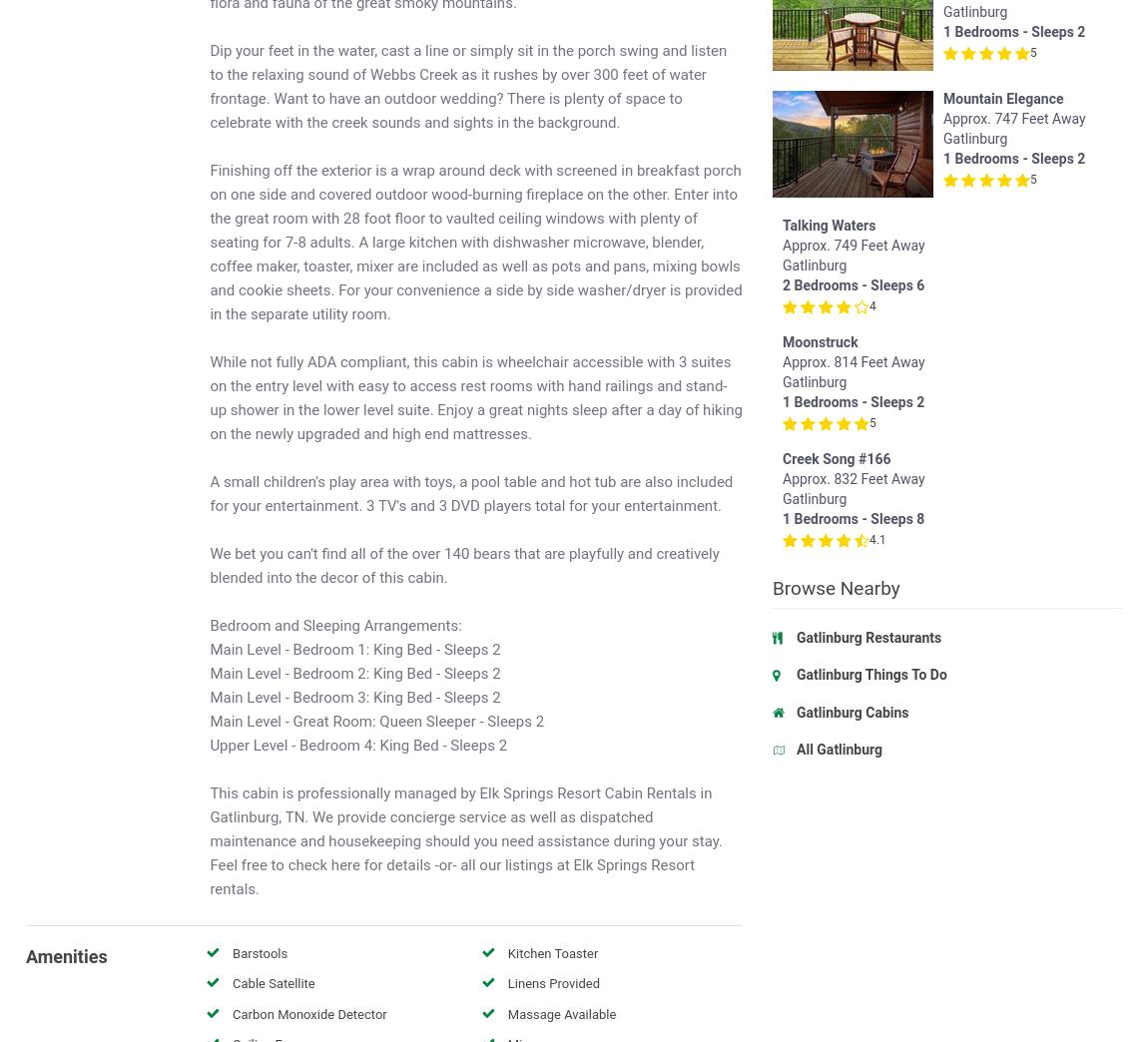 The image size is (1148, 1042). I want to click on 'Browse Nearby', so click(835, 617).